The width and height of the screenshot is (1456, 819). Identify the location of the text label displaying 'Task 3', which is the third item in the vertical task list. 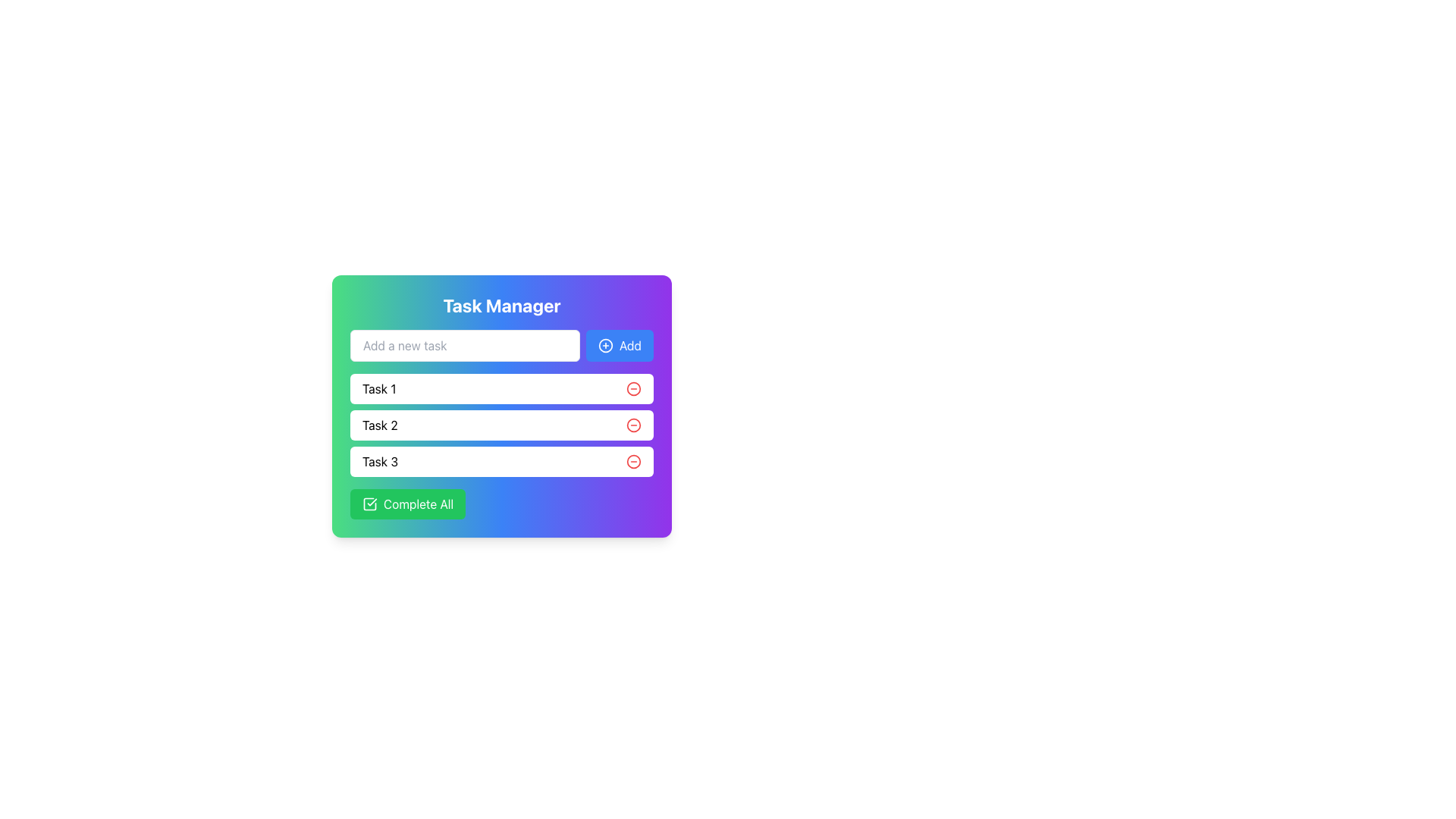
(380, 461).